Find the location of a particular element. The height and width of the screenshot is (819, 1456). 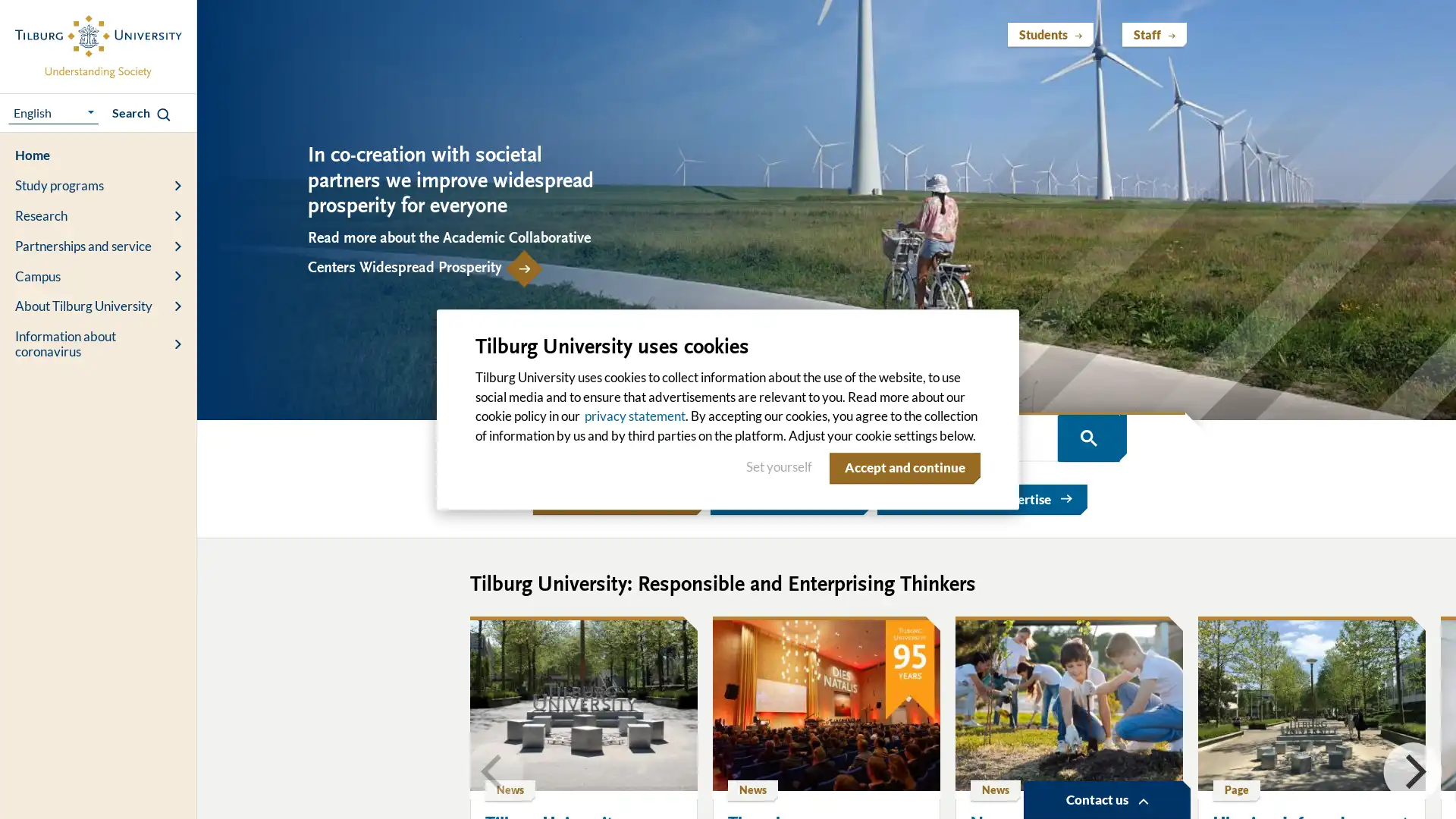

search is located at coordinates (1087, 438).